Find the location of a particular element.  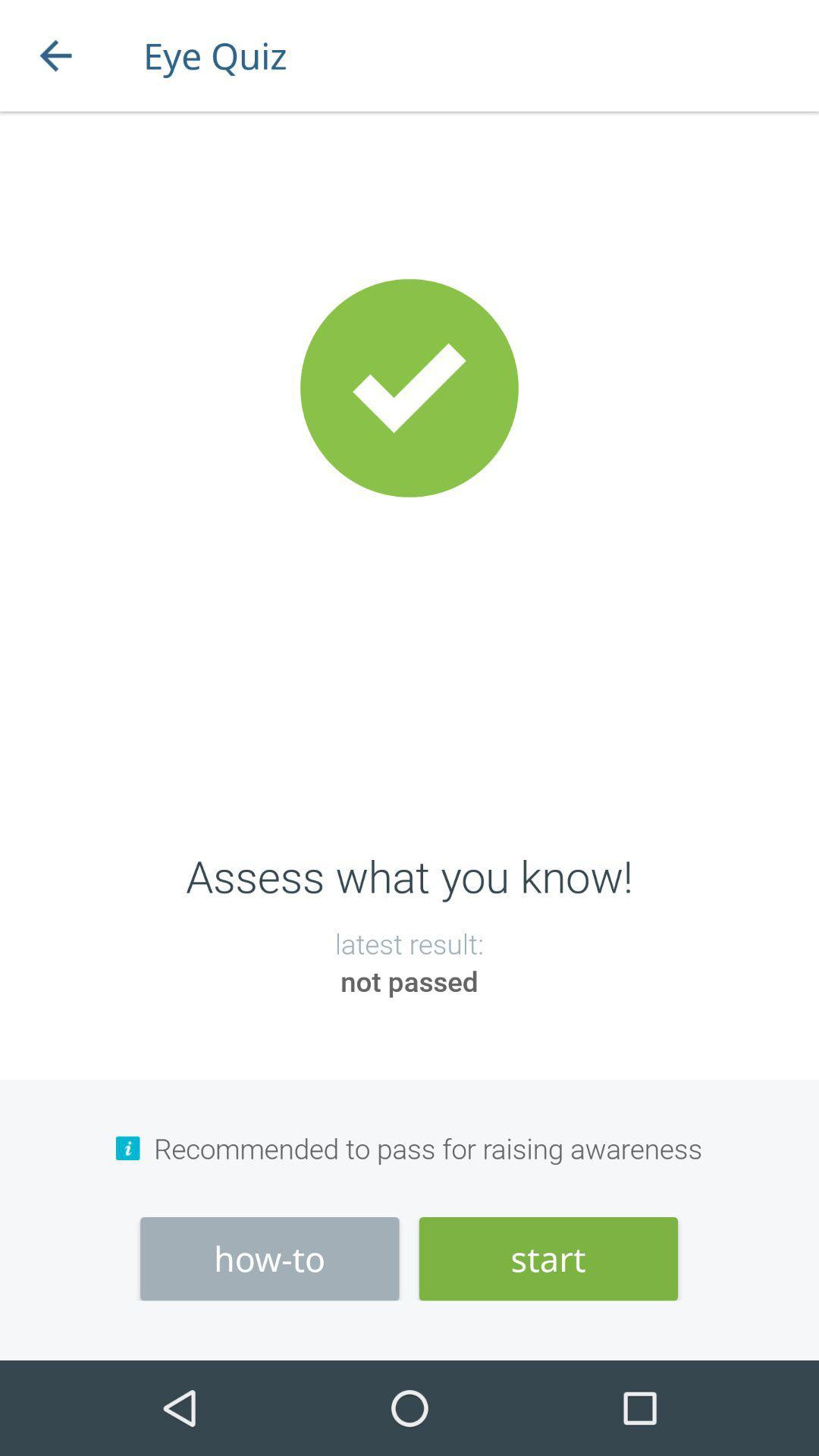

the icon to the left of the start item is located at coordinates (268, 1259).